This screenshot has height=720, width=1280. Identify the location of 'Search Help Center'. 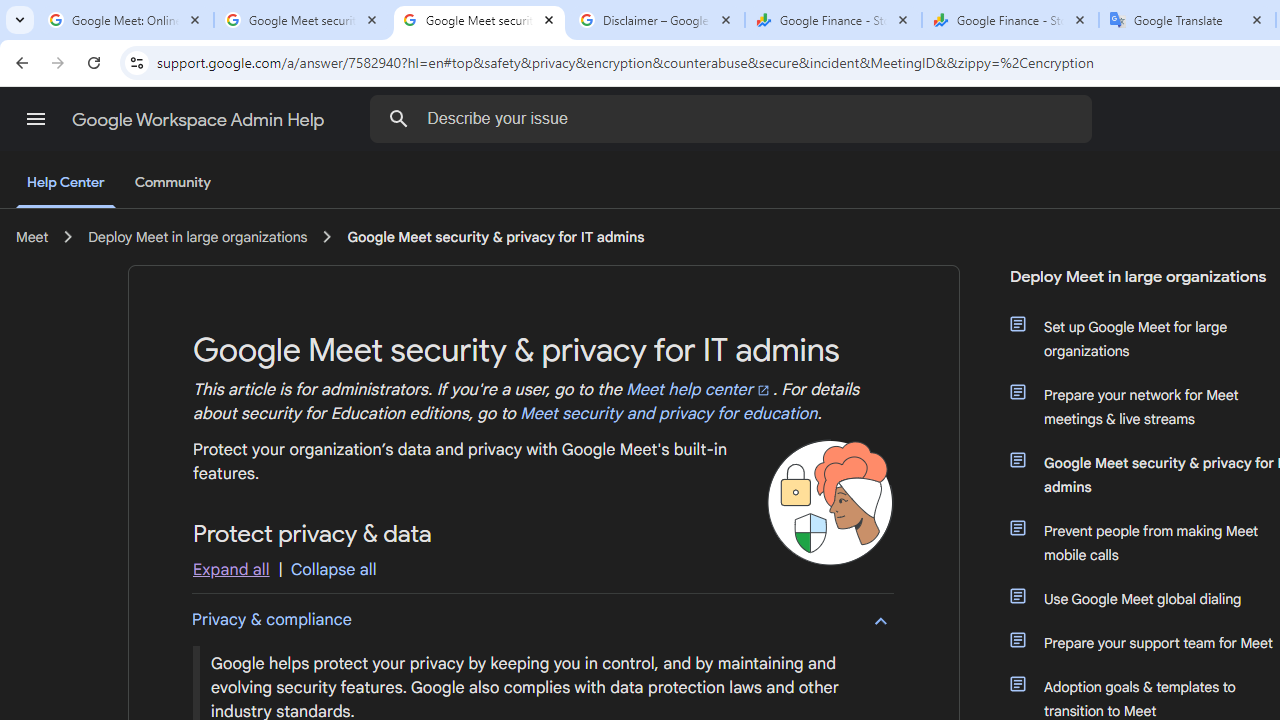
(399, 118).